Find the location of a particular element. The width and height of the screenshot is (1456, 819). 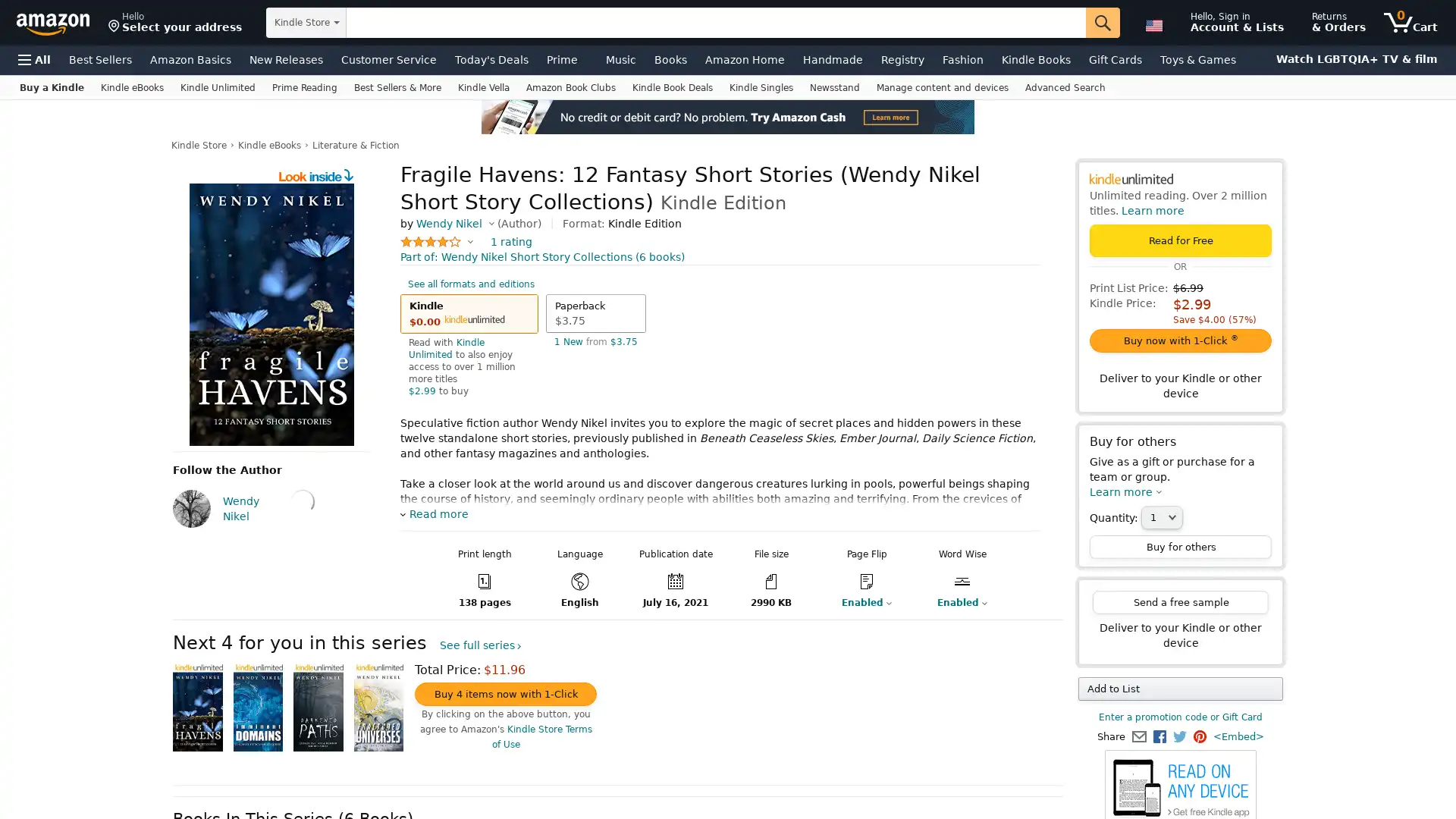

Buy for others is located at coordinates (1179, 547).